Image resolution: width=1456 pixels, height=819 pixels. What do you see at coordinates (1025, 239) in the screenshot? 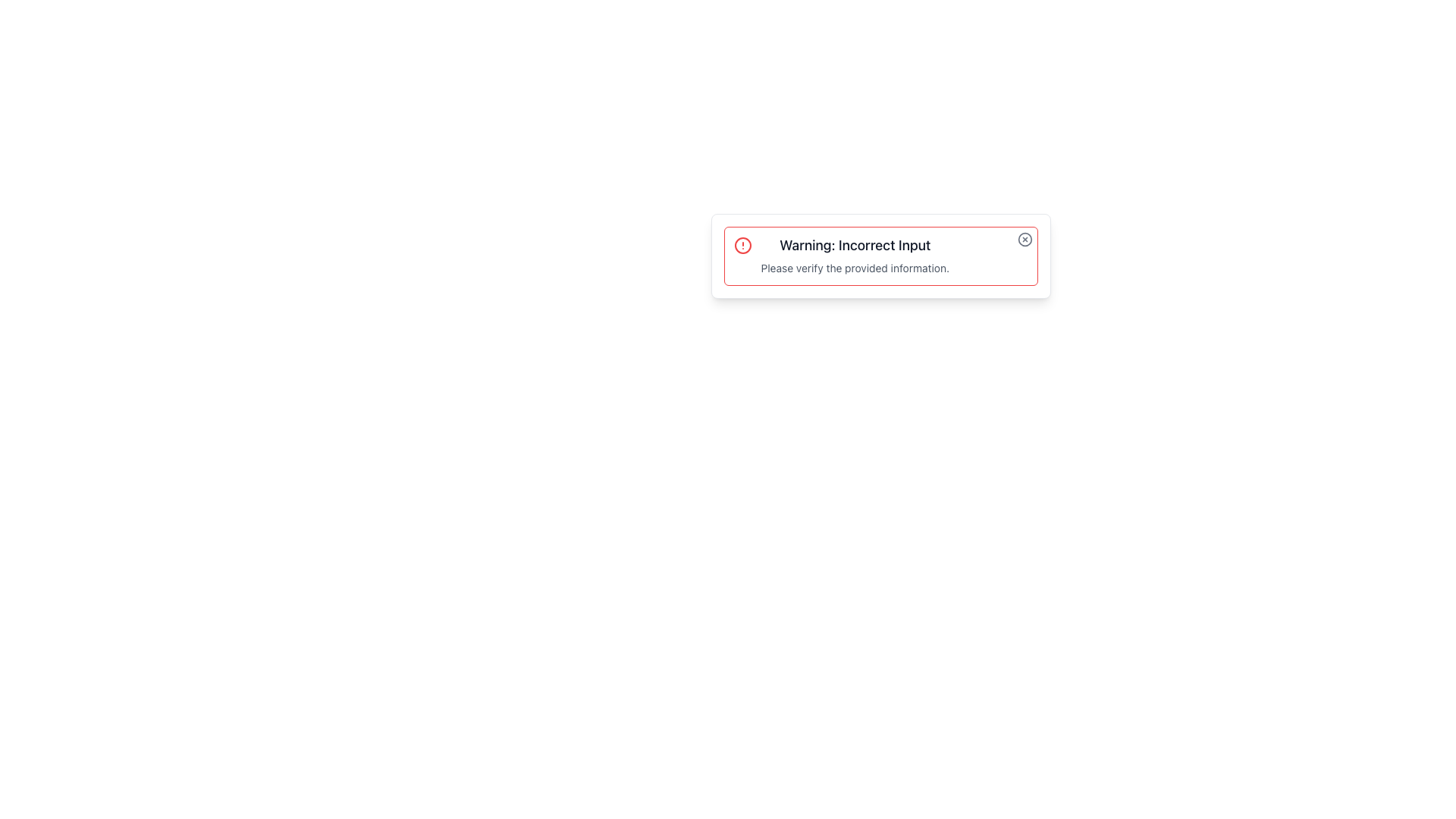
I see `the close button styled with a circle containing a close icon located at the upper-right corner of the warning alert box` at bounding box center [1025, 239].